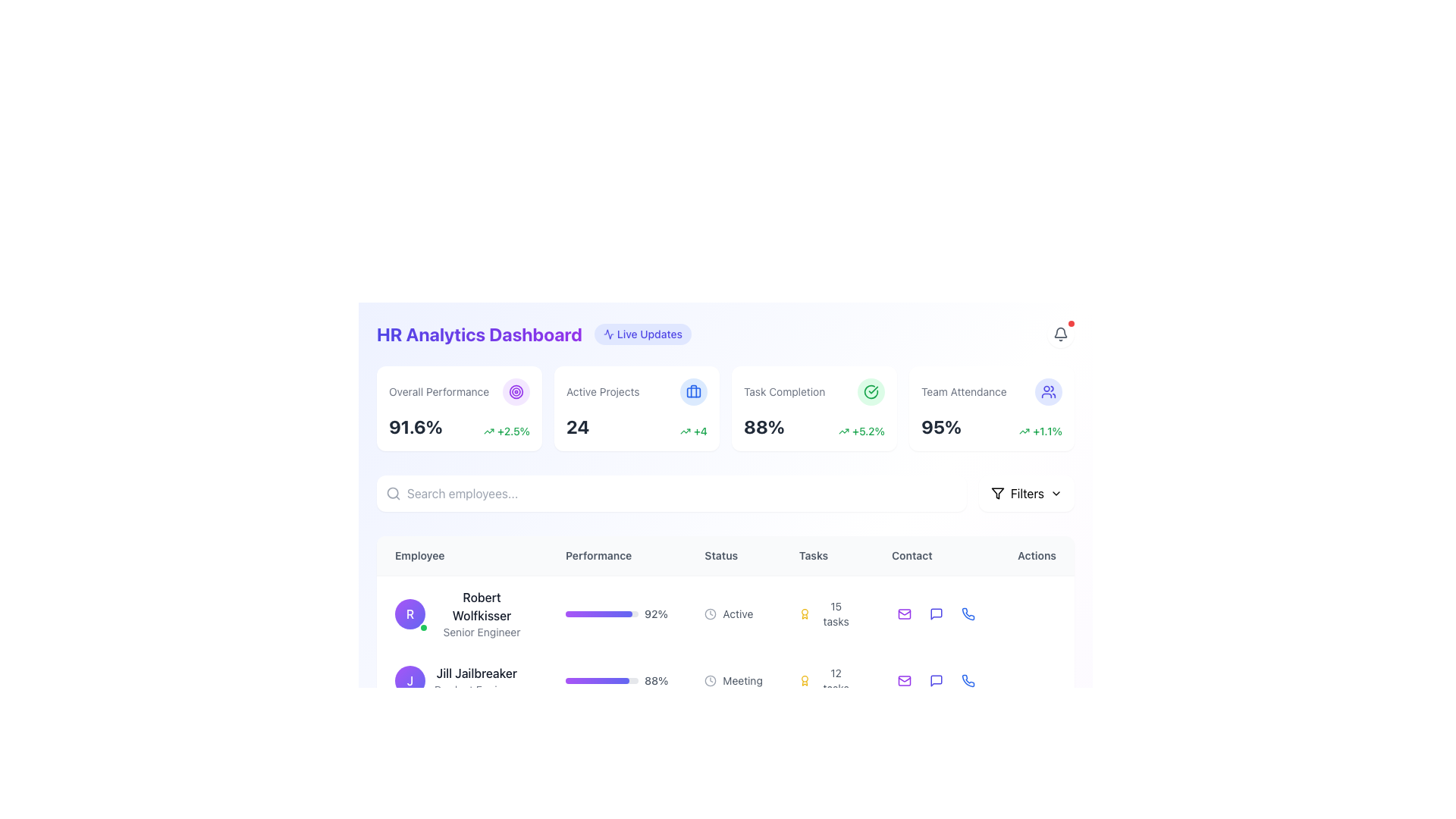  What do you see at coordinates (643, 333) in the screenshot?
I see `the pill-shaped label with the text 'Live Updates', which is styled with a light indigo background and located to the right of the 'HR Analytics Dashboard' heading` at bounding box center [643, 333].